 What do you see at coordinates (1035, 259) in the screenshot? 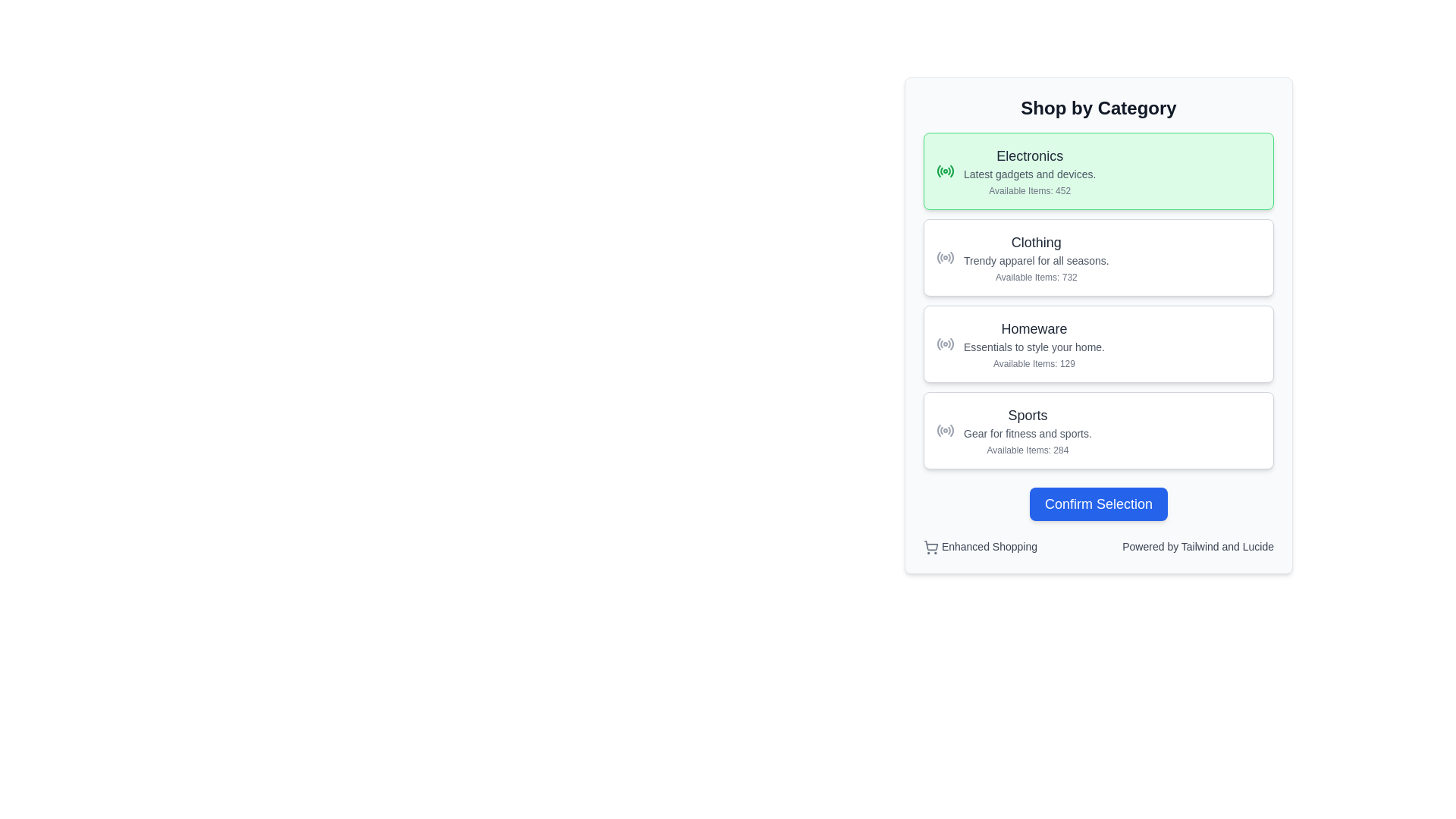
I see `the static text that reads 'Trendy apparel for all seasons.', styled in gray and positioned between 'Clothing' and 'Available Items: 732' in the 'Shop by Category' section` at bounding box center [1035, 259].